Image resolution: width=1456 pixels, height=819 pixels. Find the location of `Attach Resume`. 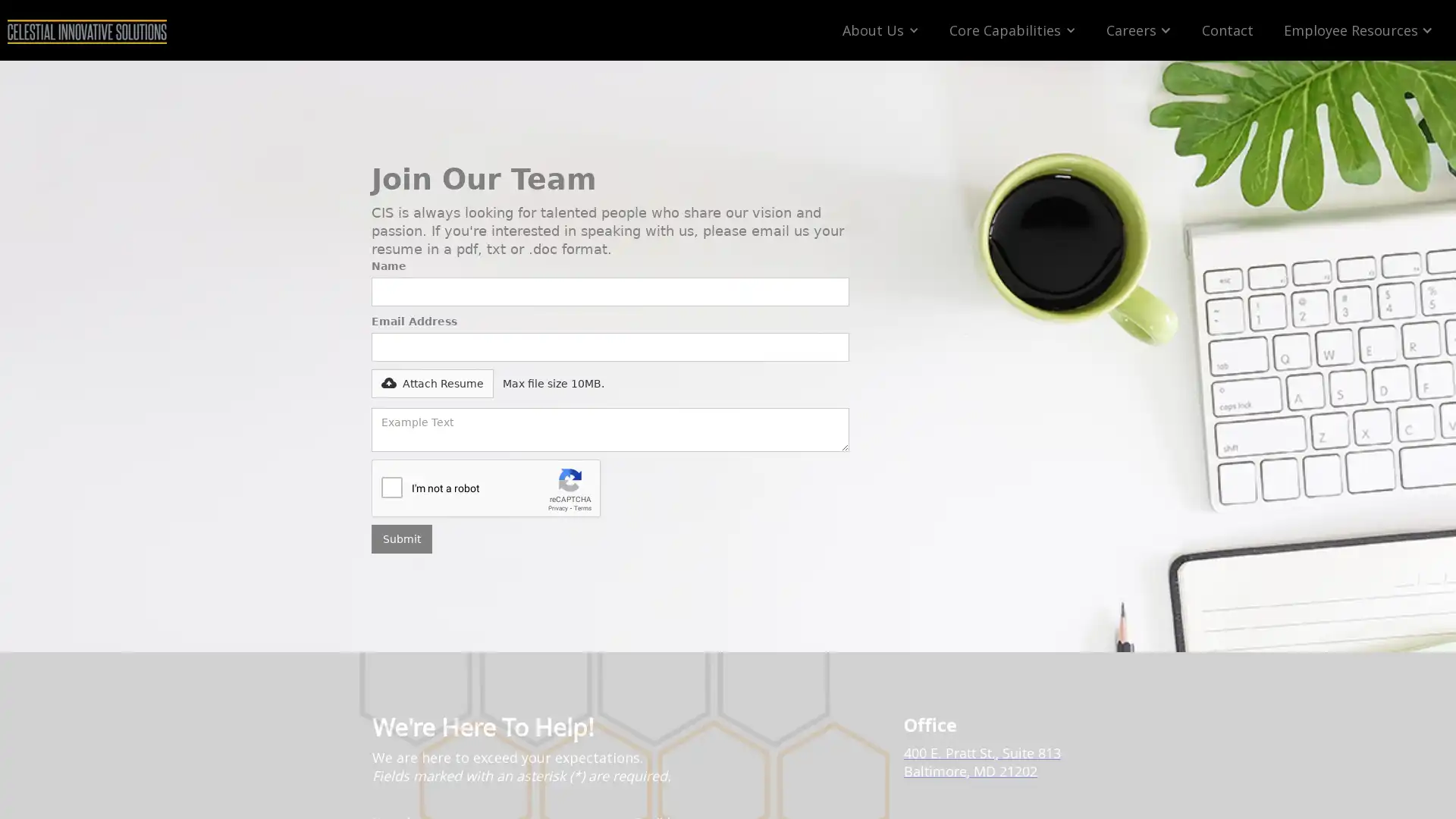

Attach Resume is located at coordinates (372, 382).